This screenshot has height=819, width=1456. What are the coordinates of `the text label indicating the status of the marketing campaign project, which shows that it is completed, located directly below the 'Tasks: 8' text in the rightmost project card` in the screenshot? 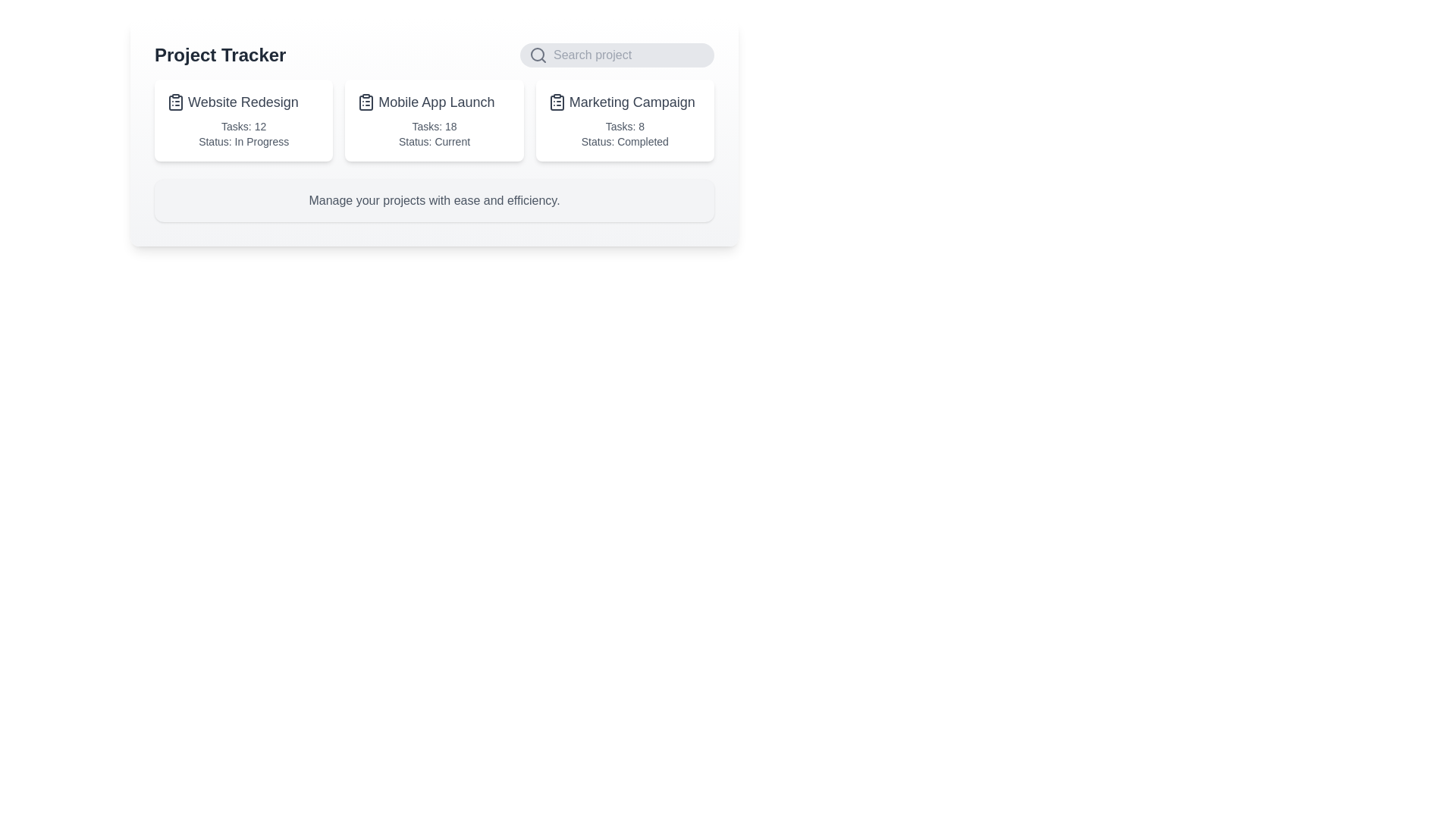 It's located at (625, 141).